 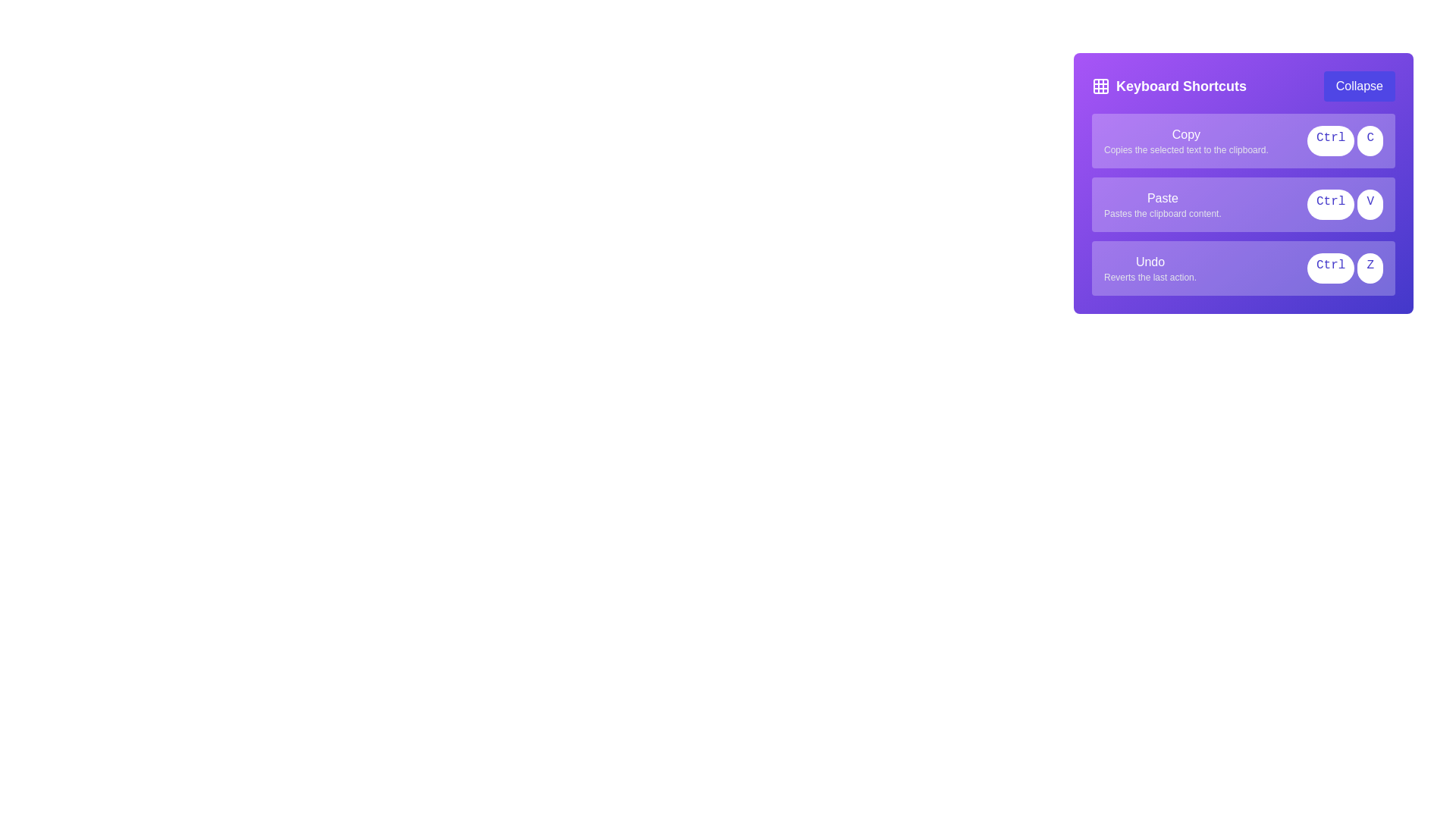 I want to click on the text label indicating the keyboard shortcut for 'Ctrl + V', which is located within a vertical list of shortcut commands in a purple panel, positioned below the 'Copy' command and above the 'Undo' command, so click(x=1162, y=205).